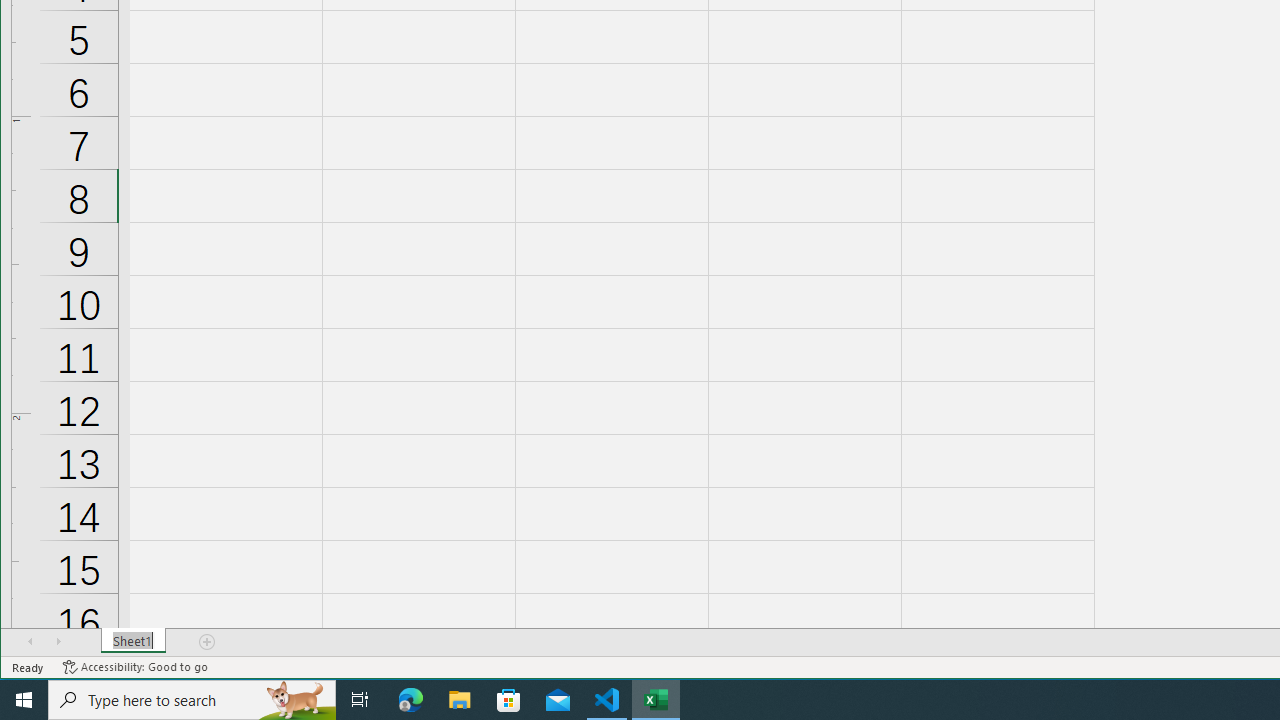  Describe the element at coordinates (208, 641) in the screenshot. I see `'Add Sheet'` at that location.